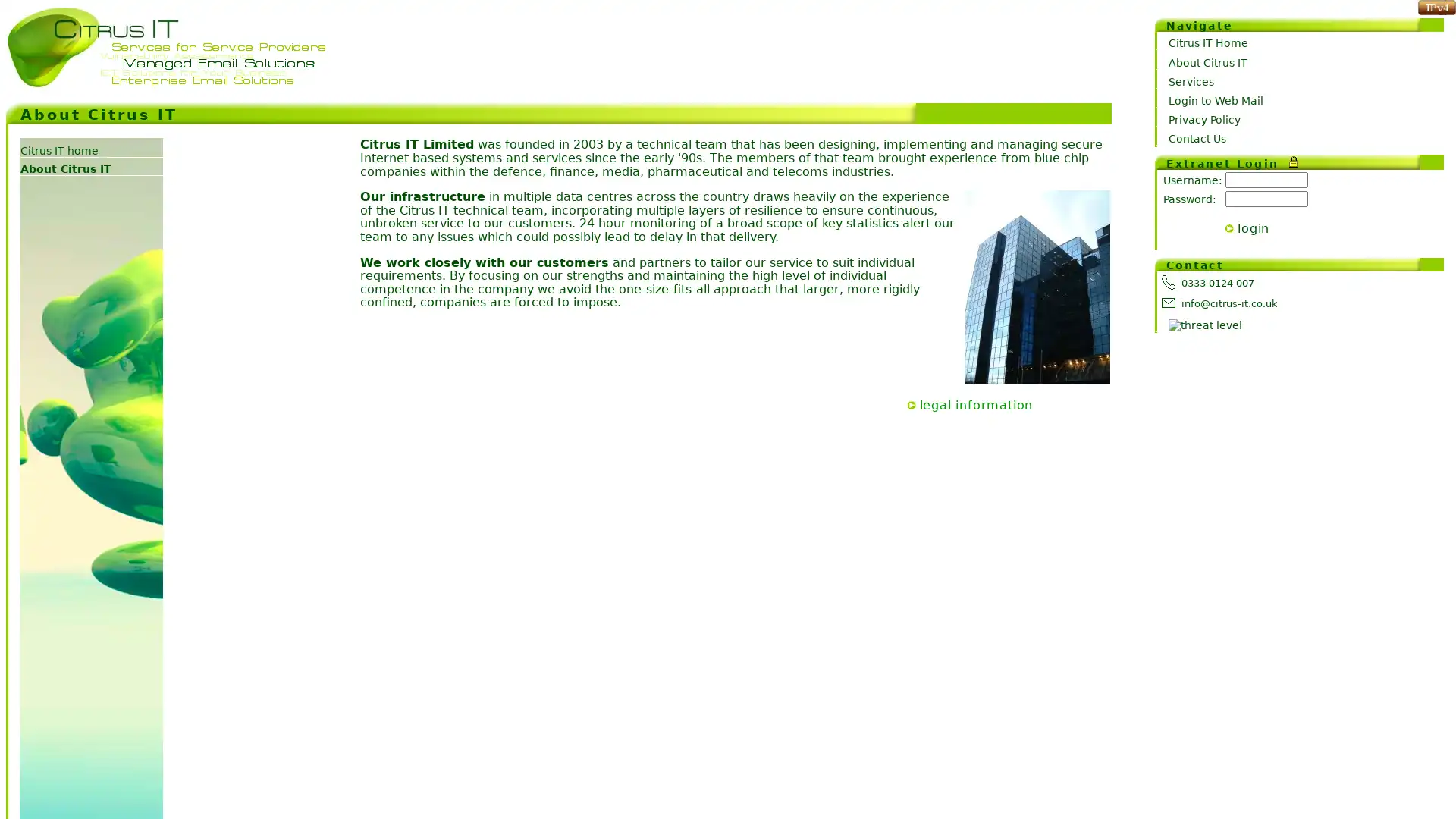  What do you see at coordinates (1229, 228) in the screenshot?
I see `>` at bounding box center [1229, 228].